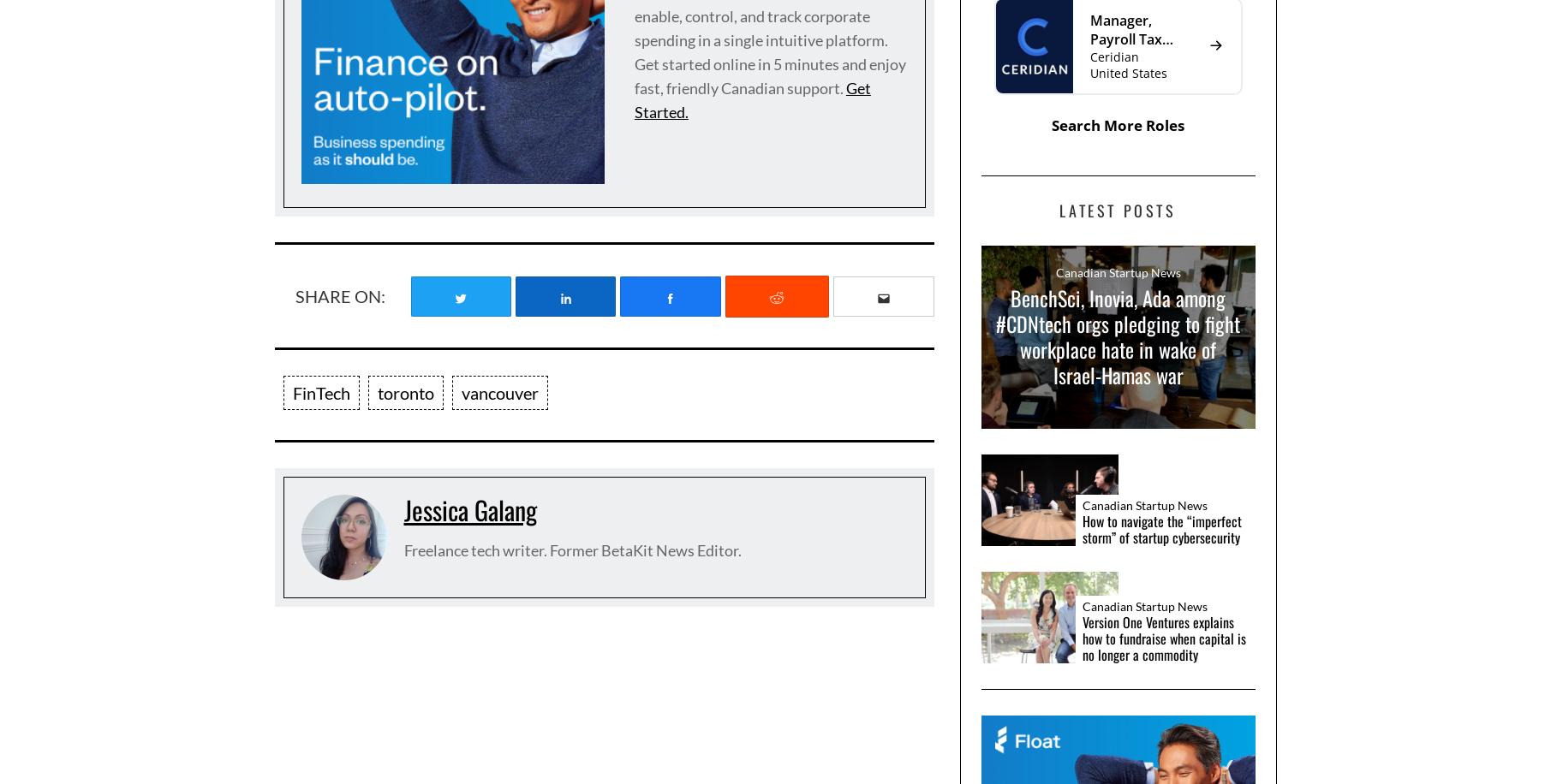  I want to click on 'Share on:', so click(294, 295).